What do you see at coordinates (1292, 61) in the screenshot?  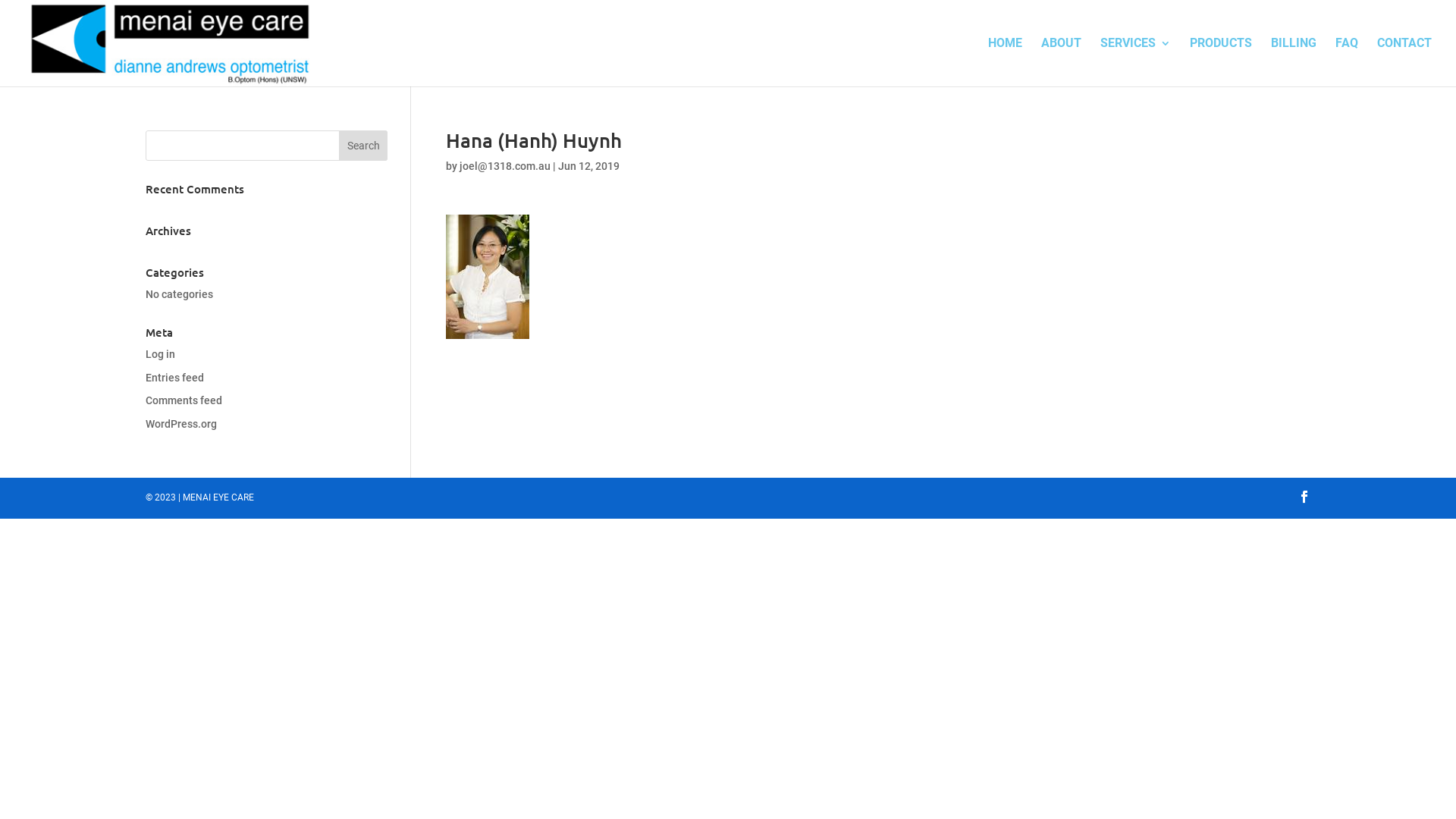 I see `'BILLING'` at bounding box center [1292, 61].